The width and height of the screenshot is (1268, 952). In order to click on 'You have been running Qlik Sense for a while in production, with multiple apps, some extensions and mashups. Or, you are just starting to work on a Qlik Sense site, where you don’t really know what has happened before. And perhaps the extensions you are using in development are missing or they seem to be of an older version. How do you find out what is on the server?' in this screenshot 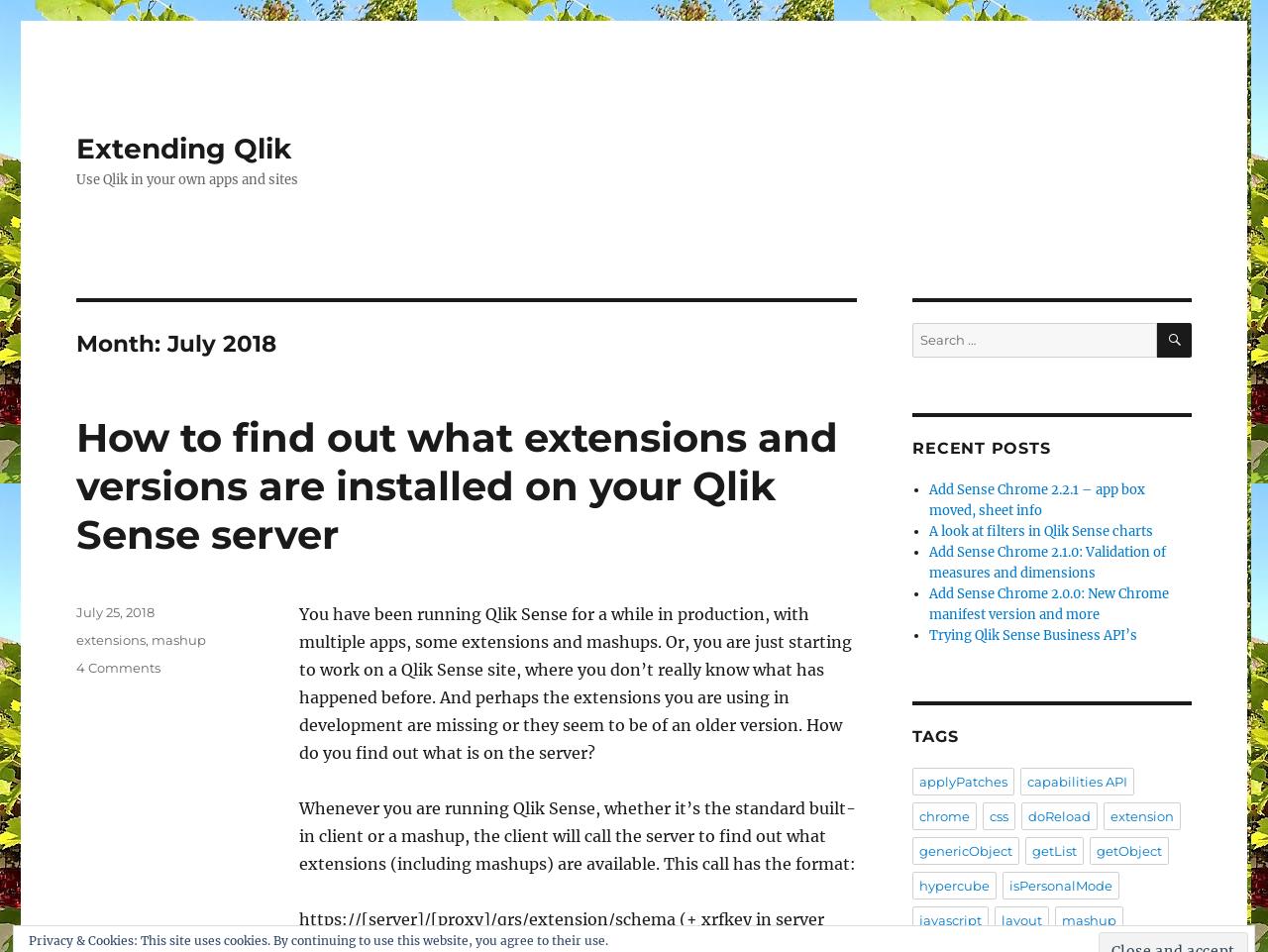, I will do `click(574, 682)`.